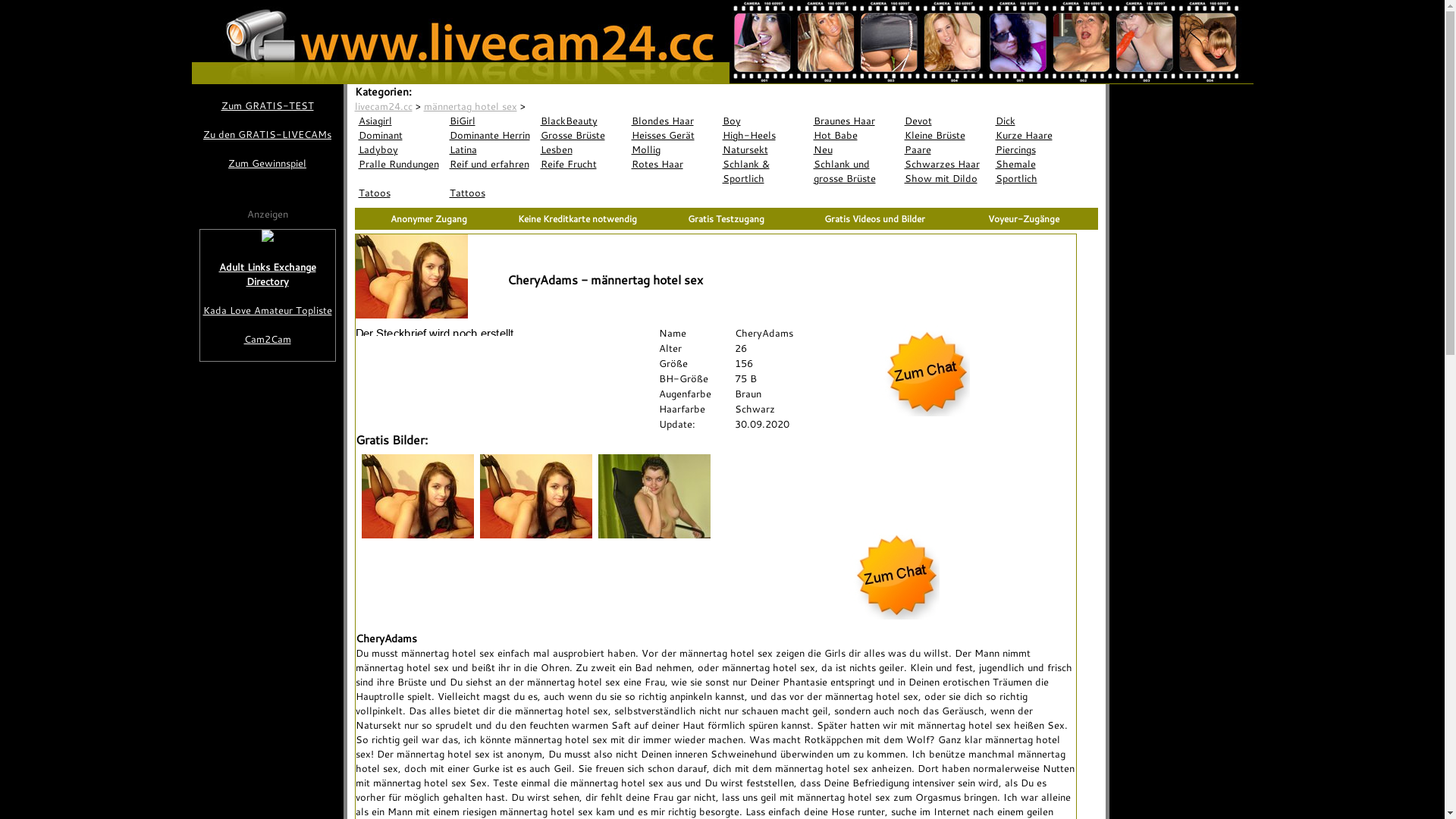 This screenshot has height=819, width=1456. What do you see at coordinates (992, 134) in the screenshot?
I see `'Kurze Haare'` at bounding box center [992, 134].